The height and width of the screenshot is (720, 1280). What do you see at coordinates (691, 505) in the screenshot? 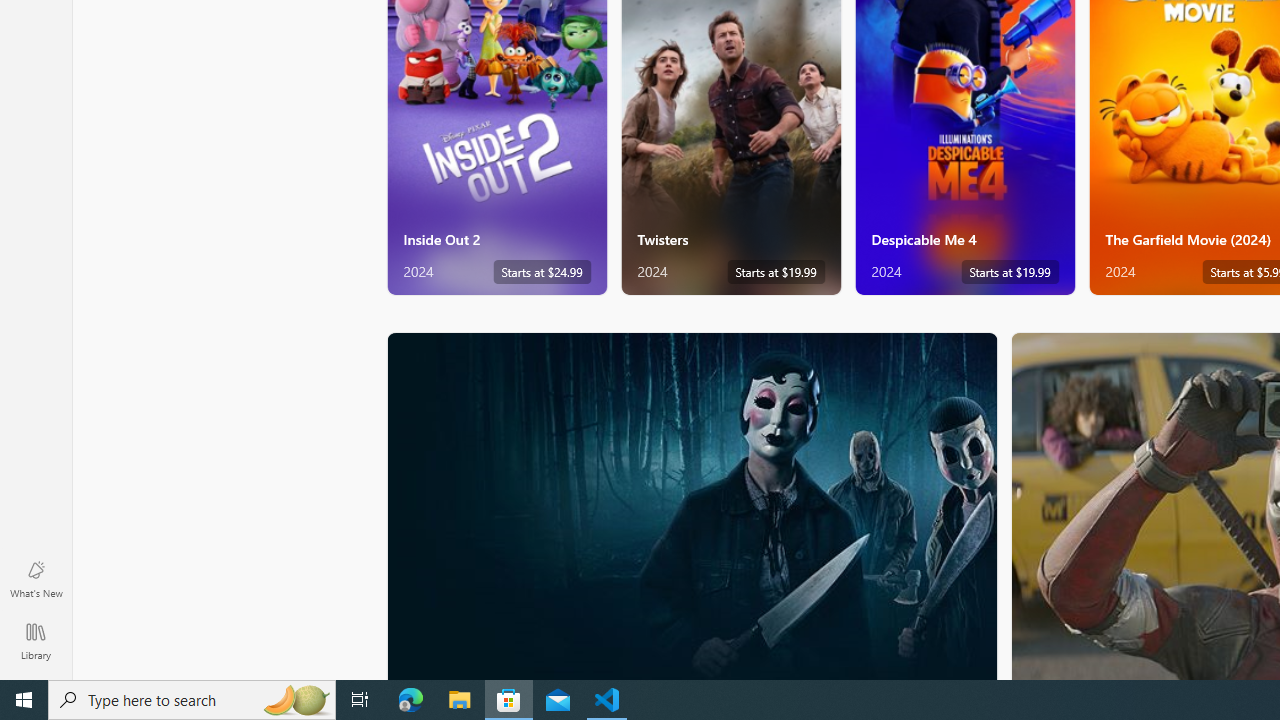
I see `'AutomationID: PosterImage'` at bounding box center [691, 505].